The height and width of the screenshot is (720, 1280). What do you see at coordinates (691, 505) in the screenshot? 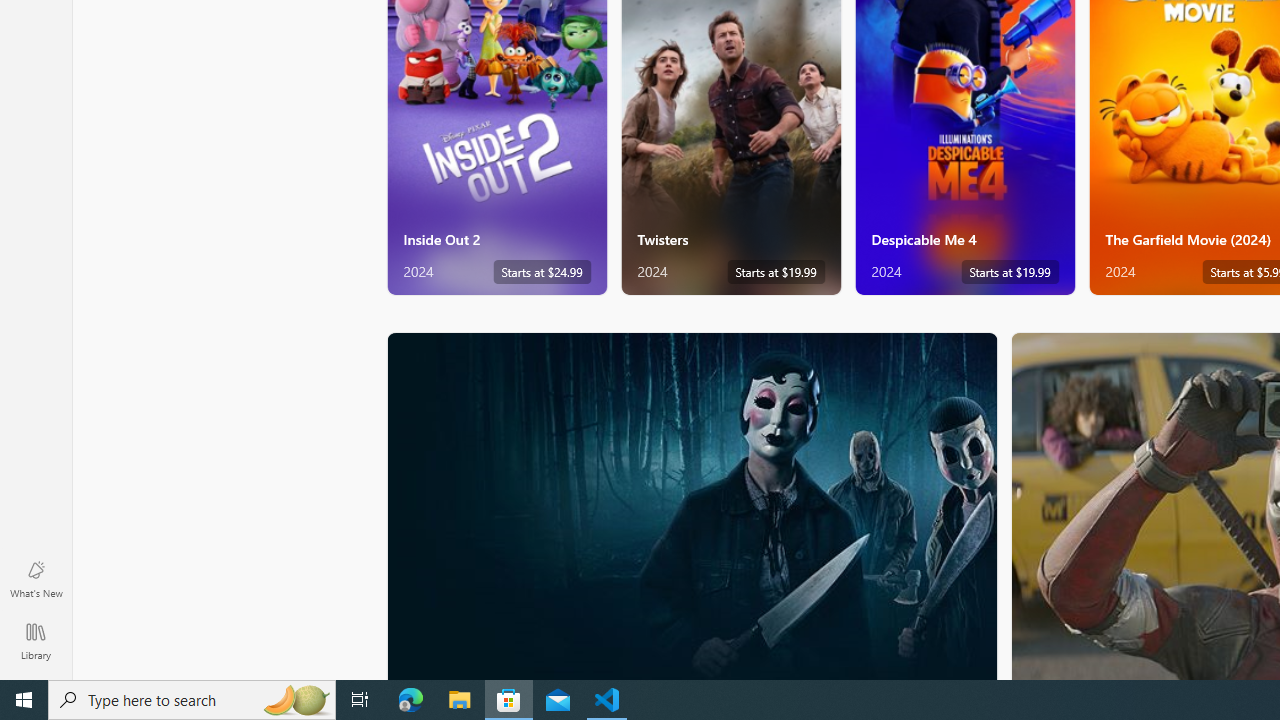
I see `'AutomationID: PosterImage'` at bounding box center [691, 505].